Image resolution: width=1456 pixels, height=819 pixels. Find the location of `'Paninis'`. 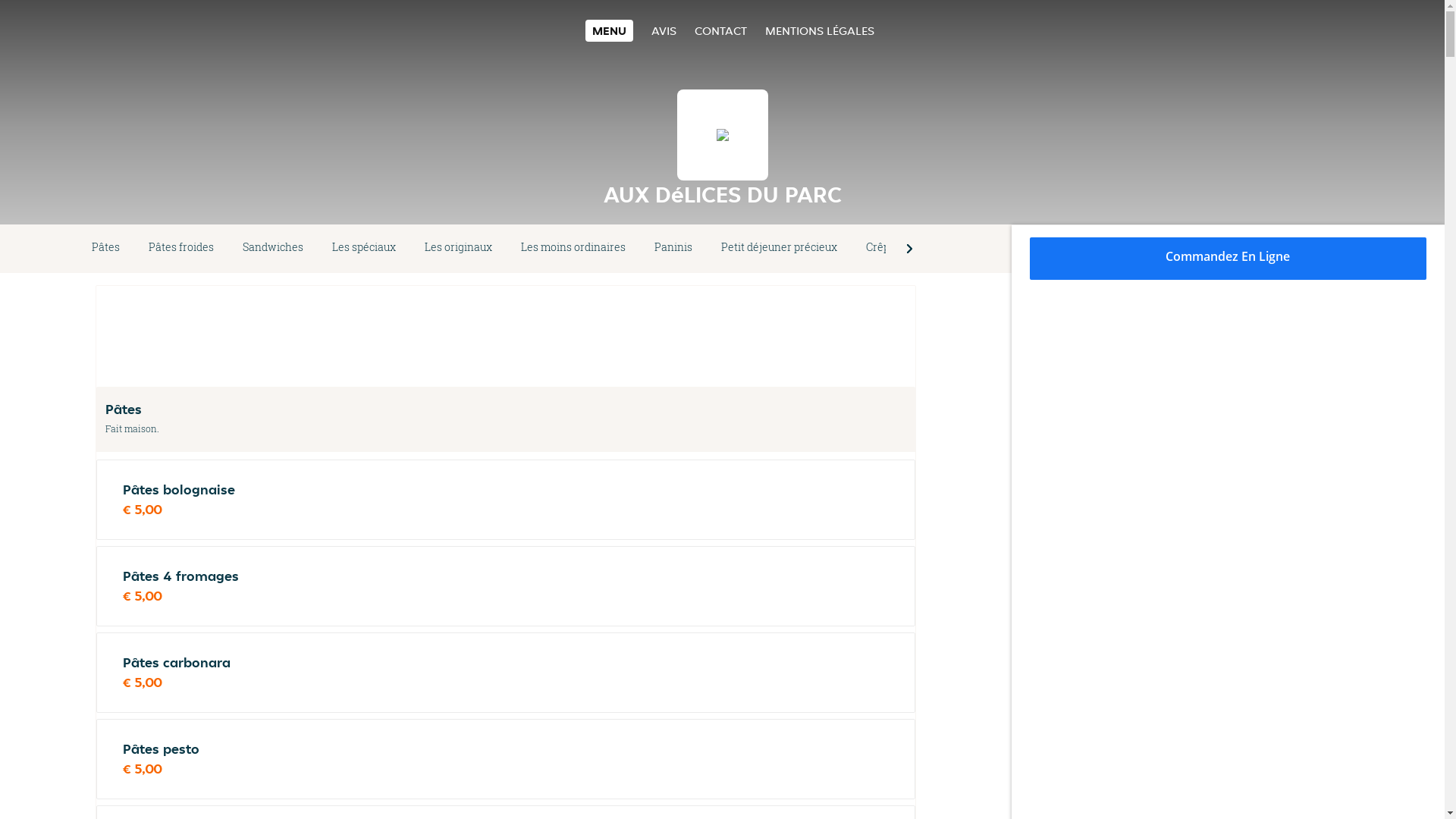

'Paninis' is located at coordinates (673, 247).